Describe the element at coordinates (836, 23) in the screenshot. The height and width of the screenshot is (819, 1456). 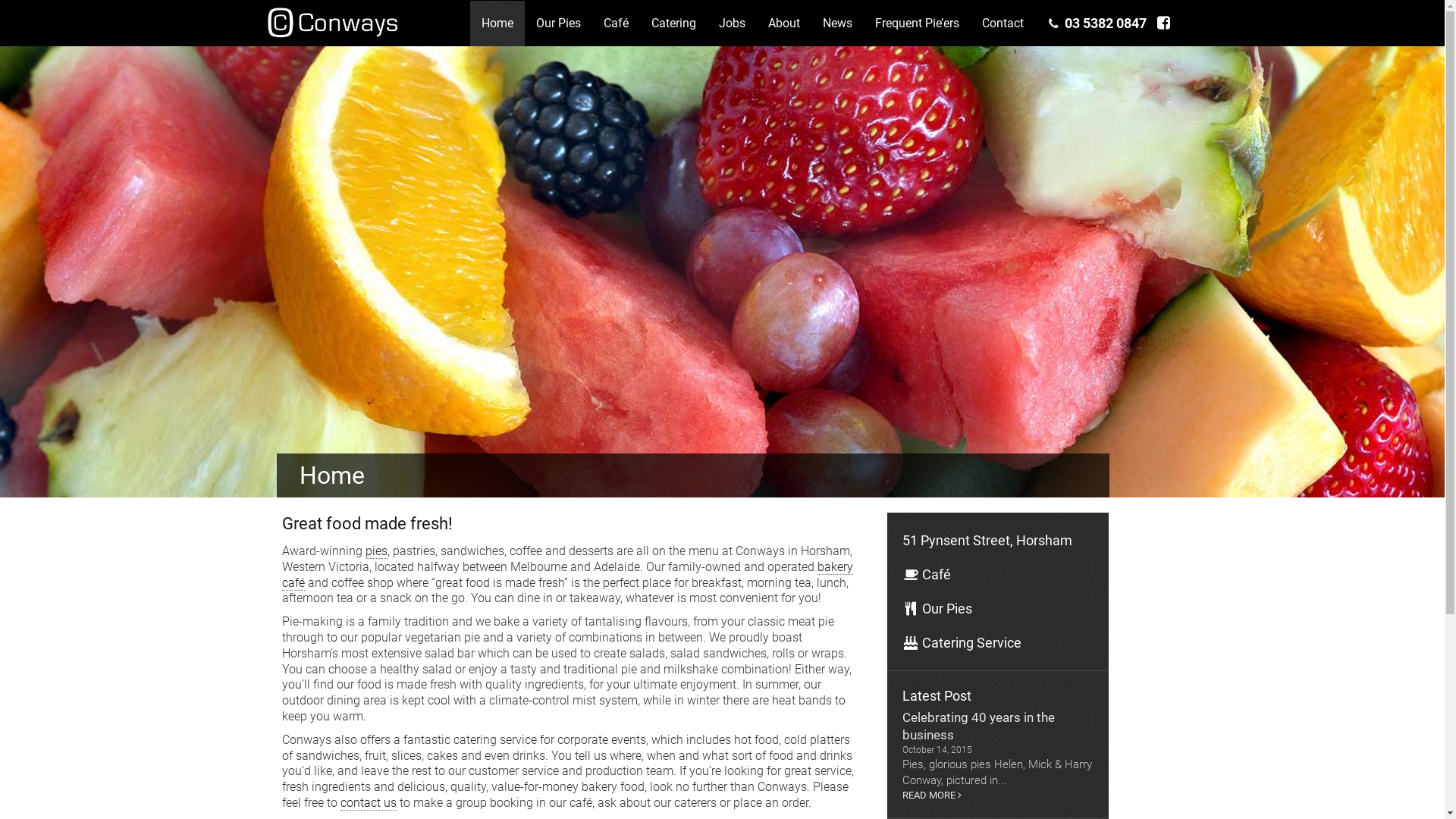
I see `'News'` at that location.